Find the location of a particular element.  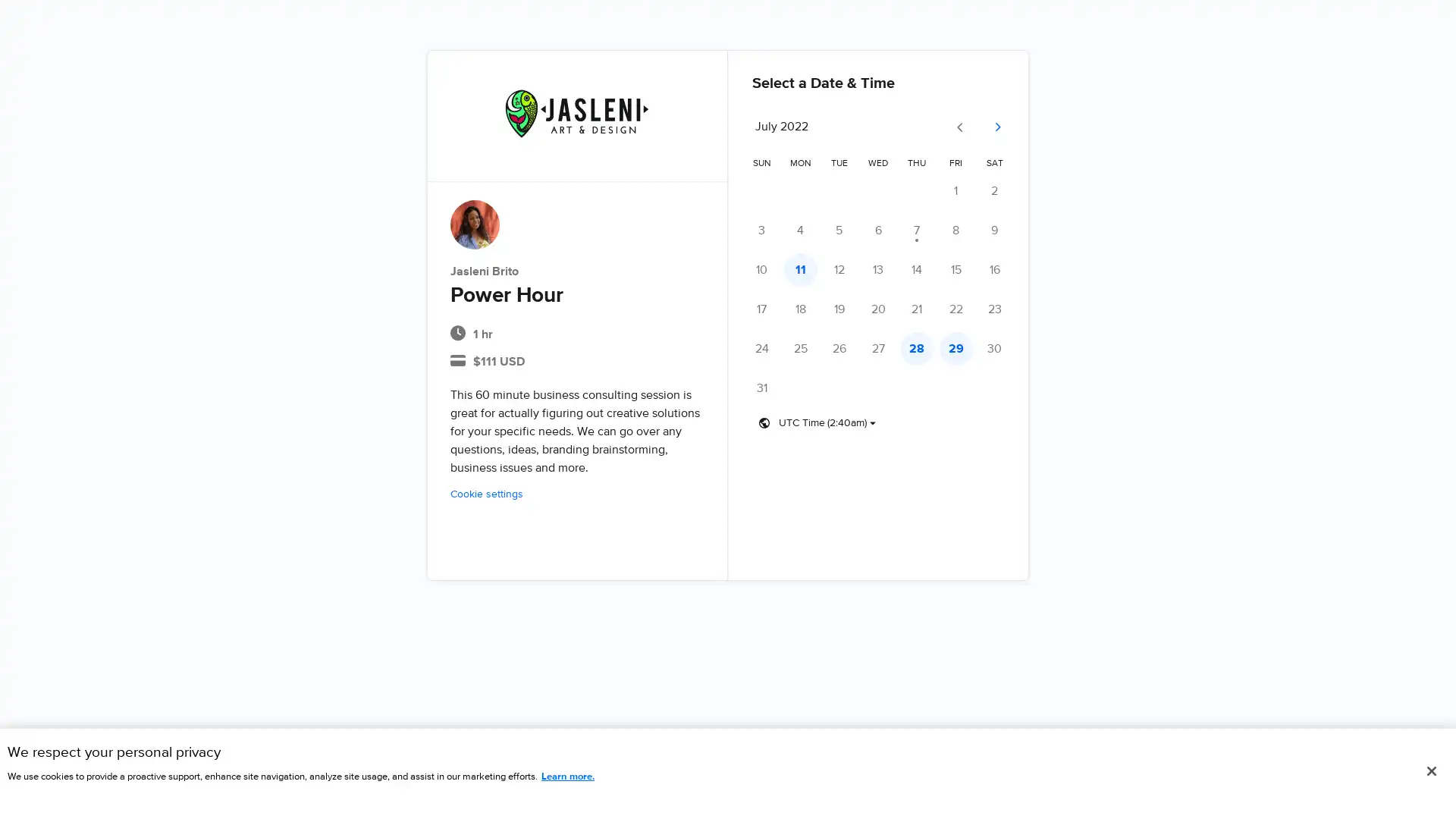

Tuesday, July 5 - No times available is located at coordinates (839, 231).